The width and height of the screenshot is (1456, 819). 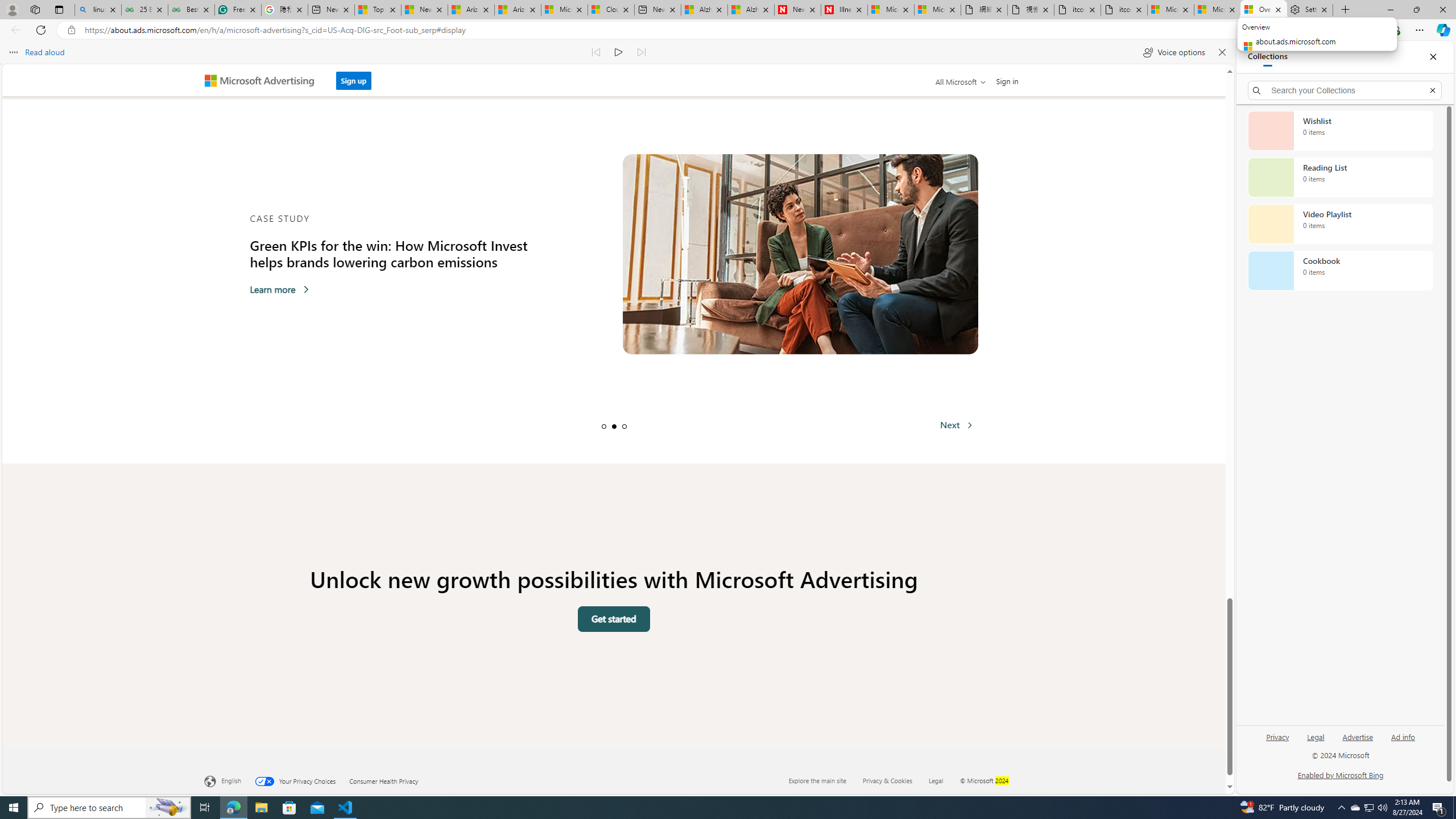 I want to click on 'Slide 3', so click(x=624, y=425).